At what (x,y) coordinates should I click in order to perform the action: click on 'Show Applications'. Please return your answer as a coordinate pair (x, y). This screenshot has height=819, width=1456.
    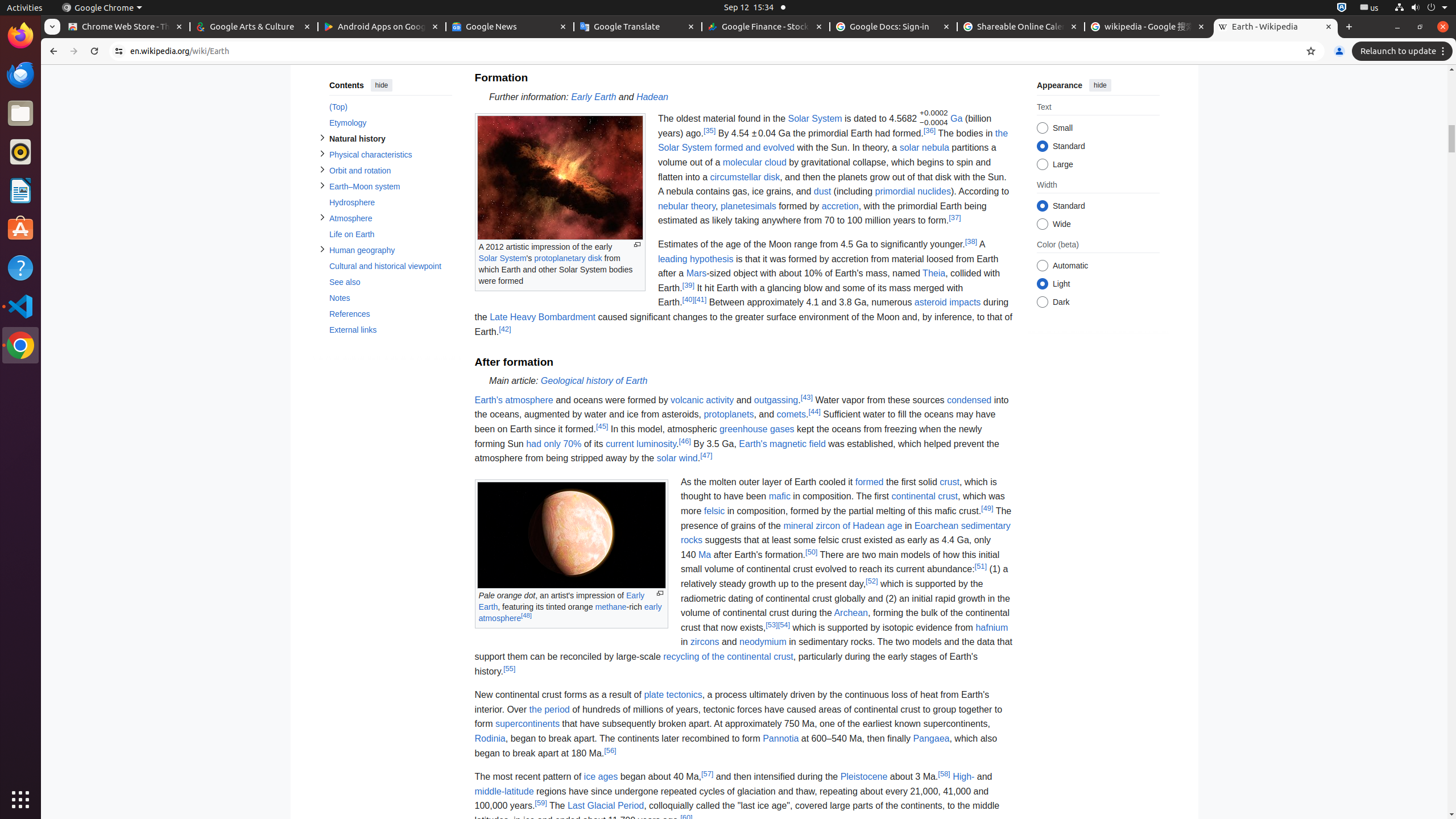
    Looking at the image, I should click on (20, 799).